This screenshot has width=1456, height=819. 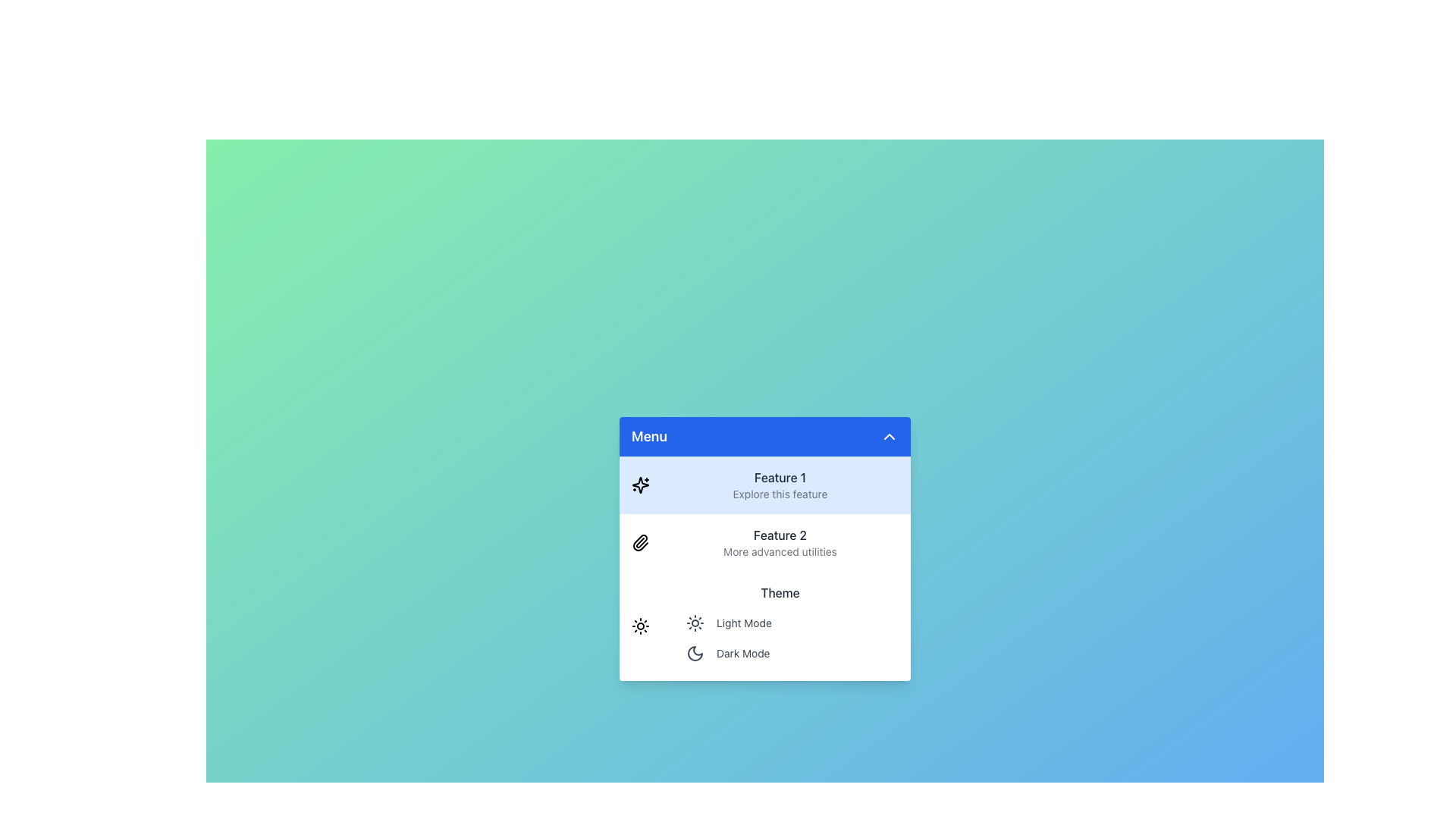 I want to click on the informational Text Block that provides an overview of 'Feature 1', located below the 'Menu' header and above 'Feature 2' and 'Theme' settings, so click(x=780, y=485).